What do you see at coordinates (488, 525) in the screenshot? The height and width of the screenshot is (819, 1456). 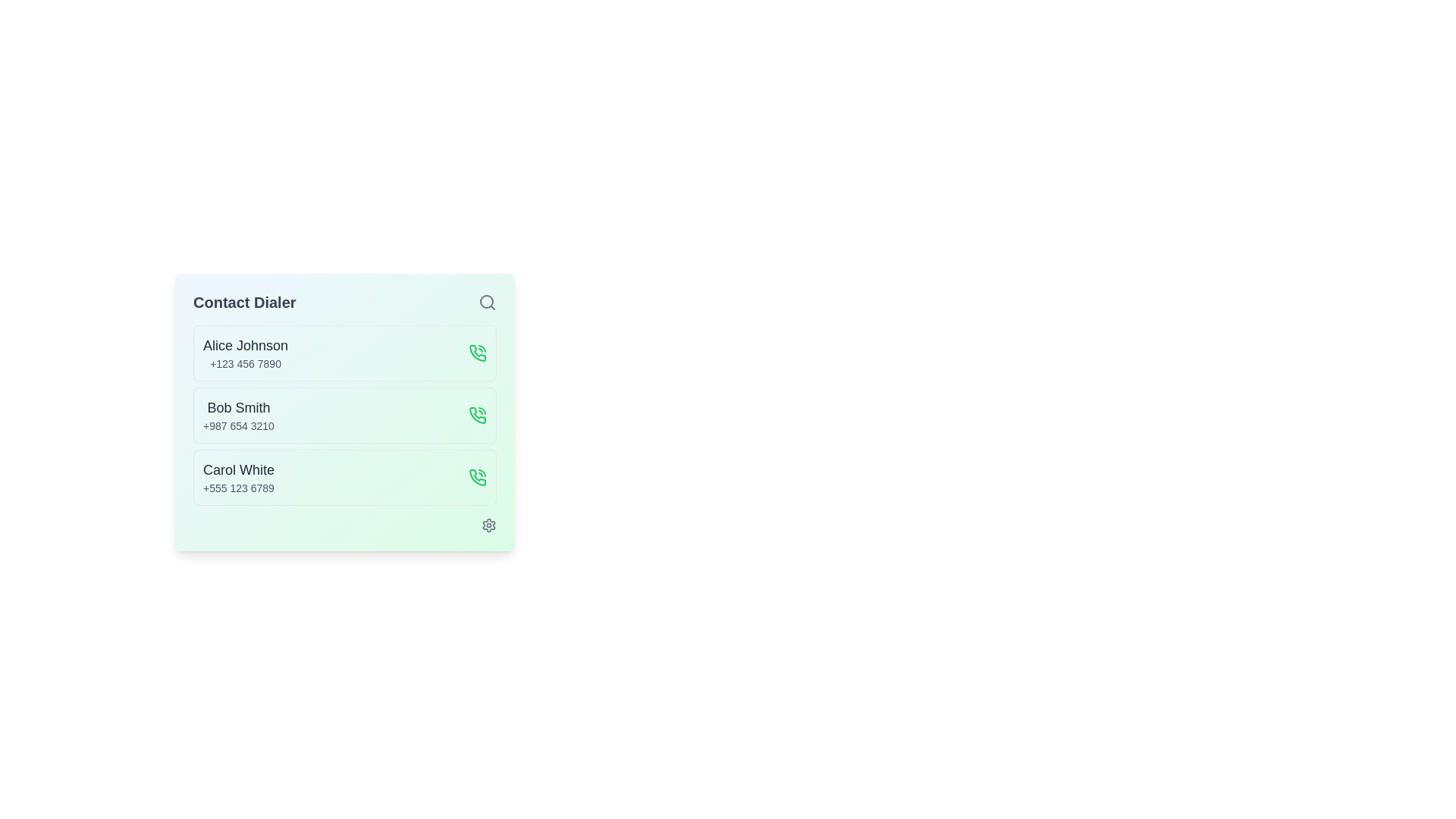 I see `the gear-like icon located at the bottom-right corner of the 'Contact Dialer' interface` at bounding box center [488, 525].